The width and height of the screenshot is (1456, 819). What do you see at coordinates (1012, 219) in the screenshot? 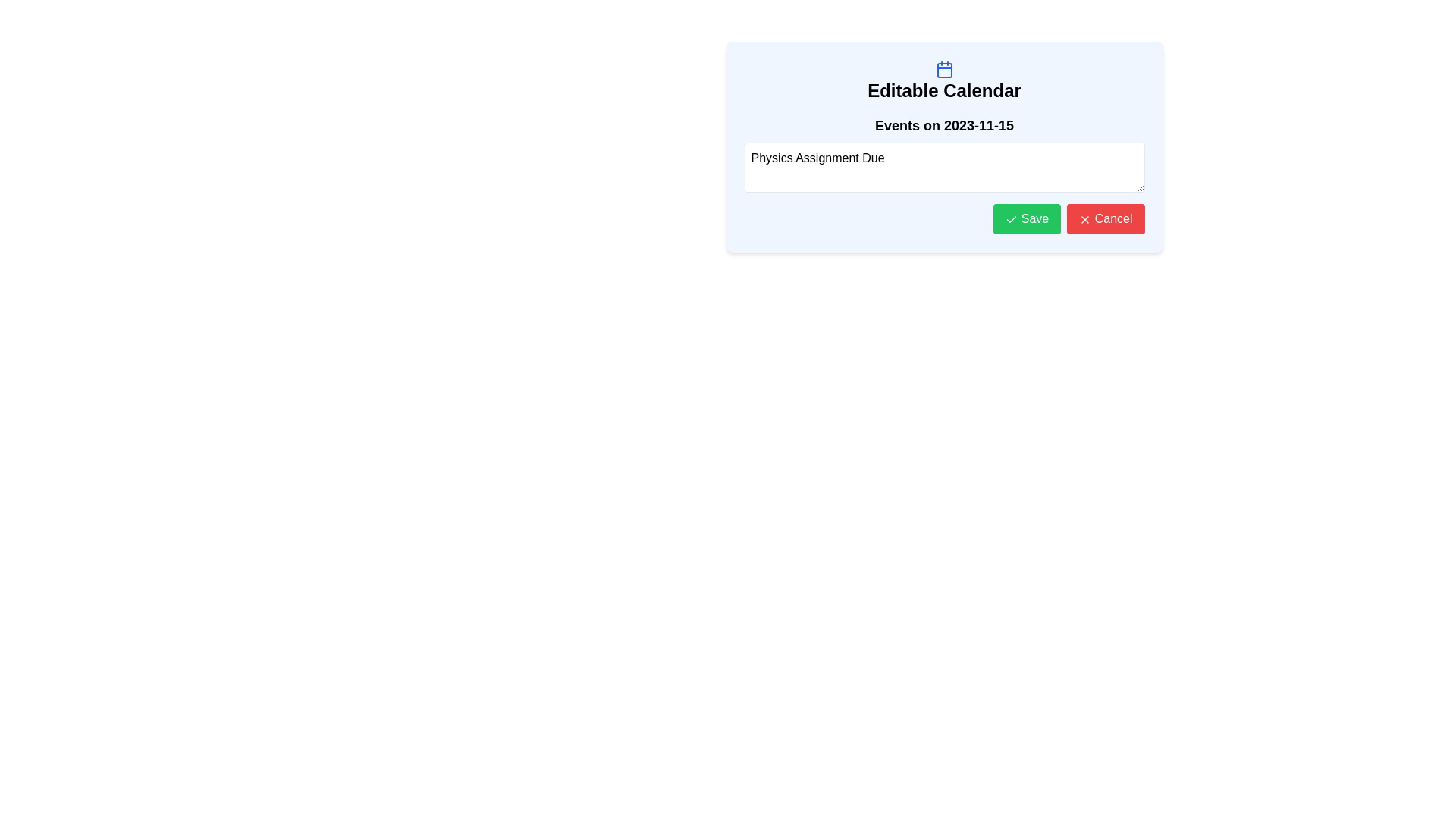
I see `the confirmation icon that visually represents the functionality of saving an action, located to the left of the 'Save' button and centralized vertically within it` at bounding box center [1012, 219].